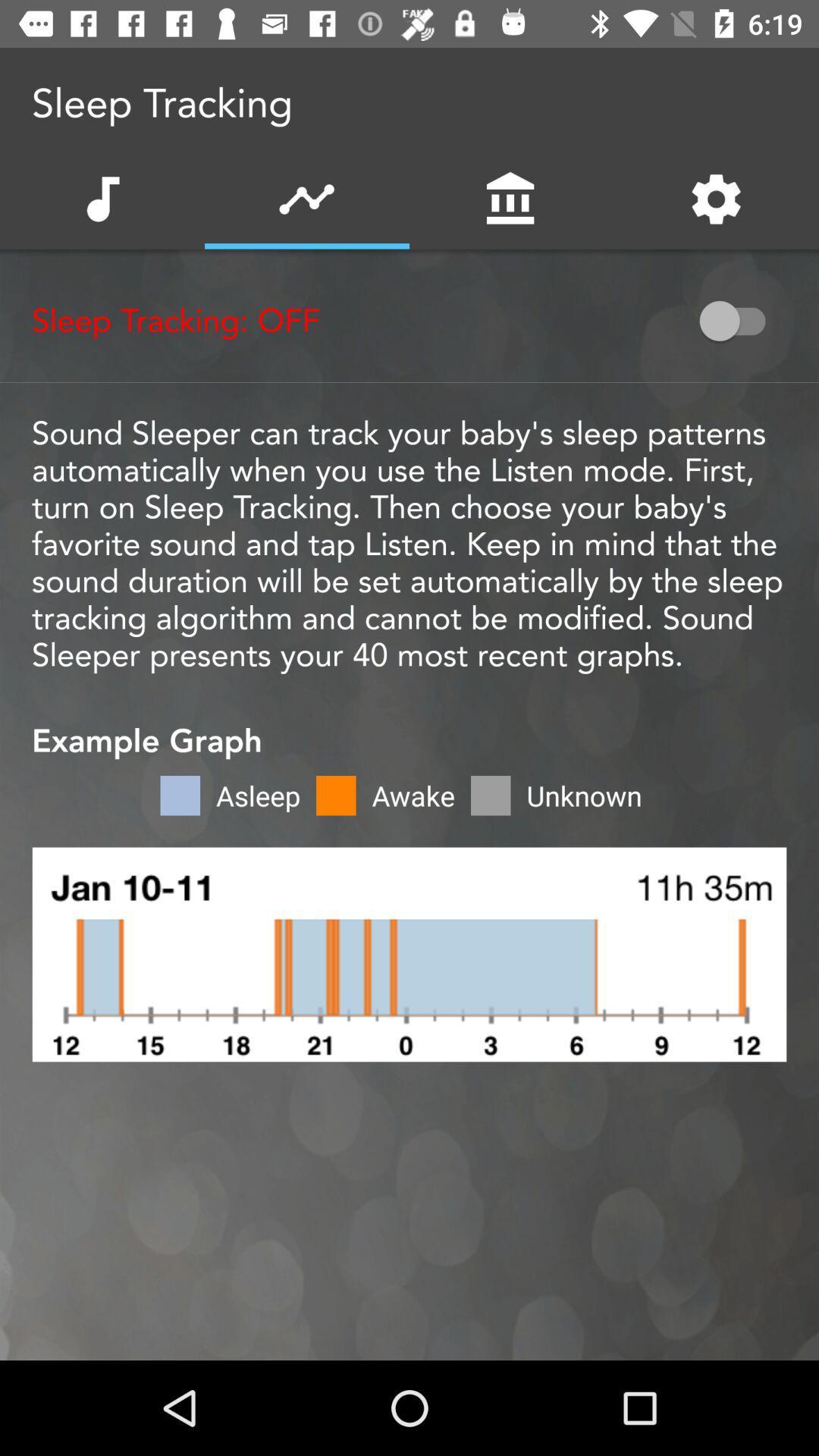  What do you see at coordinates (491, 795) in the screenshot?
I see `the light gray color box beside awake option` at bounding box center [491, 795].